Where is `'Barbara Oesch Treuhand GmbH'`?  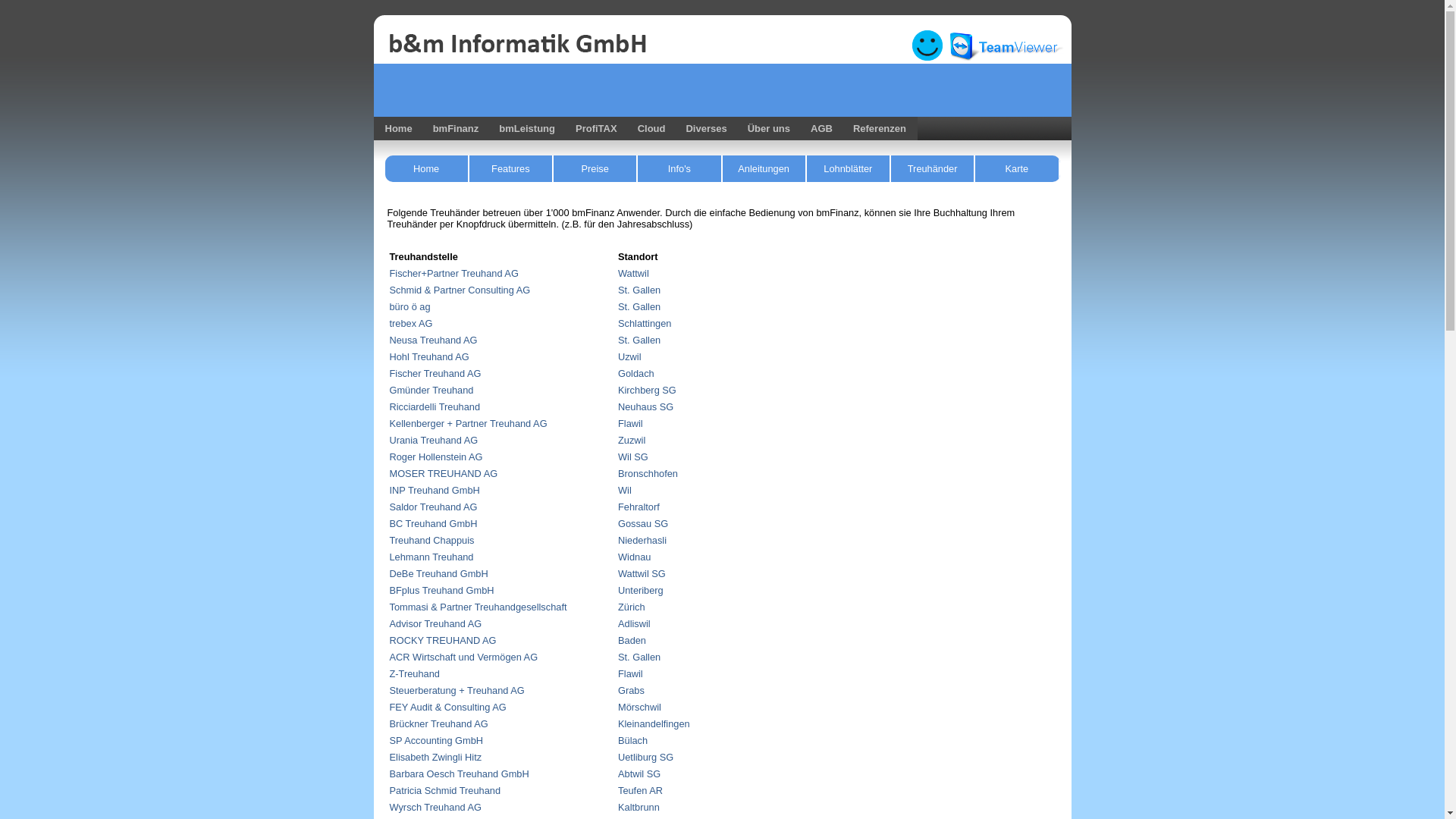
'Barbara Oesch Treuhand GmbH' is located at coordinates (458, 773).